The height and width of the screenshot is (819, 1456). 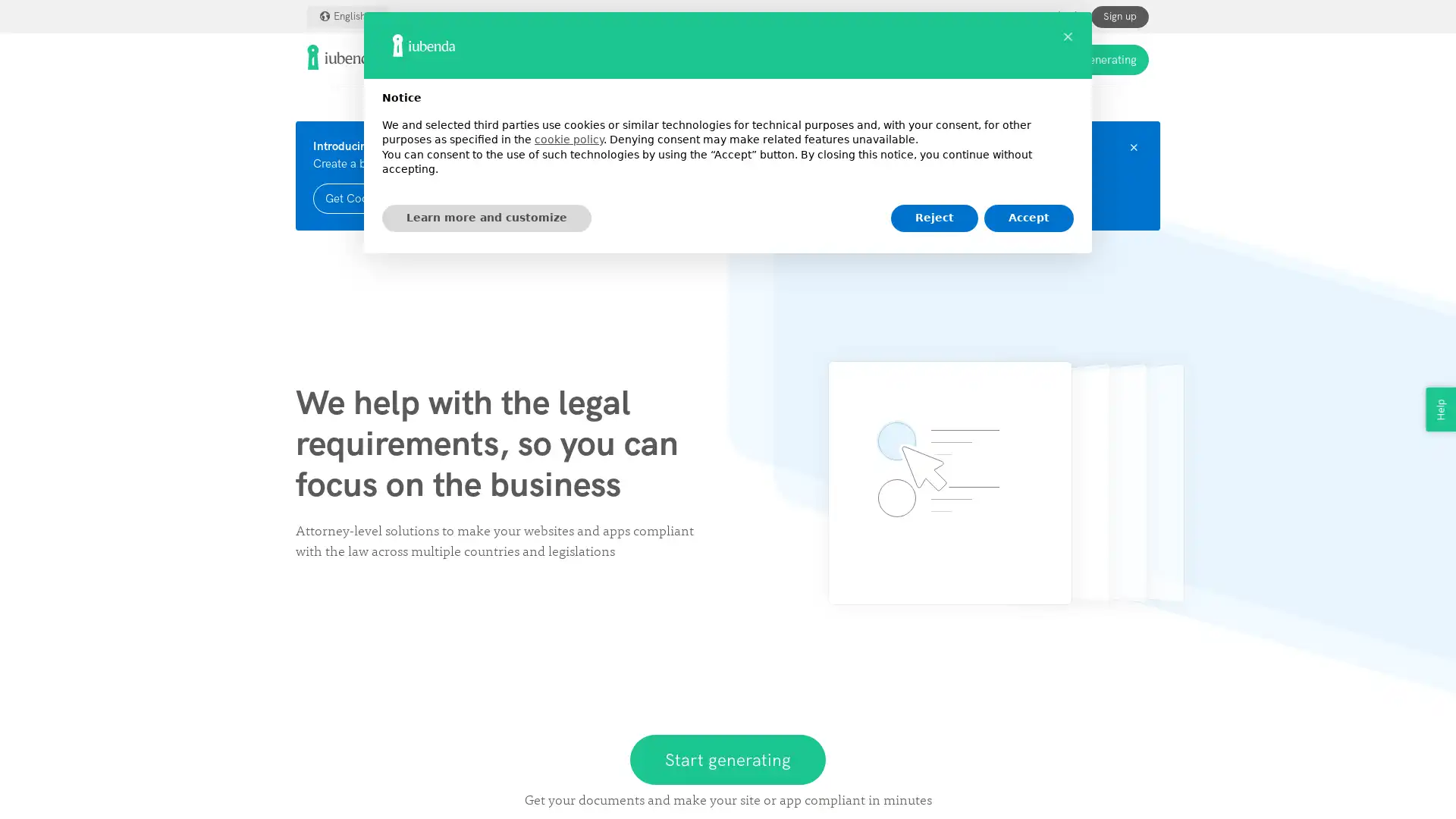 What do you see at coordinates (487, 217) in the screenshot?
I see `Learn more and customize` at bounding box center [487, 217].